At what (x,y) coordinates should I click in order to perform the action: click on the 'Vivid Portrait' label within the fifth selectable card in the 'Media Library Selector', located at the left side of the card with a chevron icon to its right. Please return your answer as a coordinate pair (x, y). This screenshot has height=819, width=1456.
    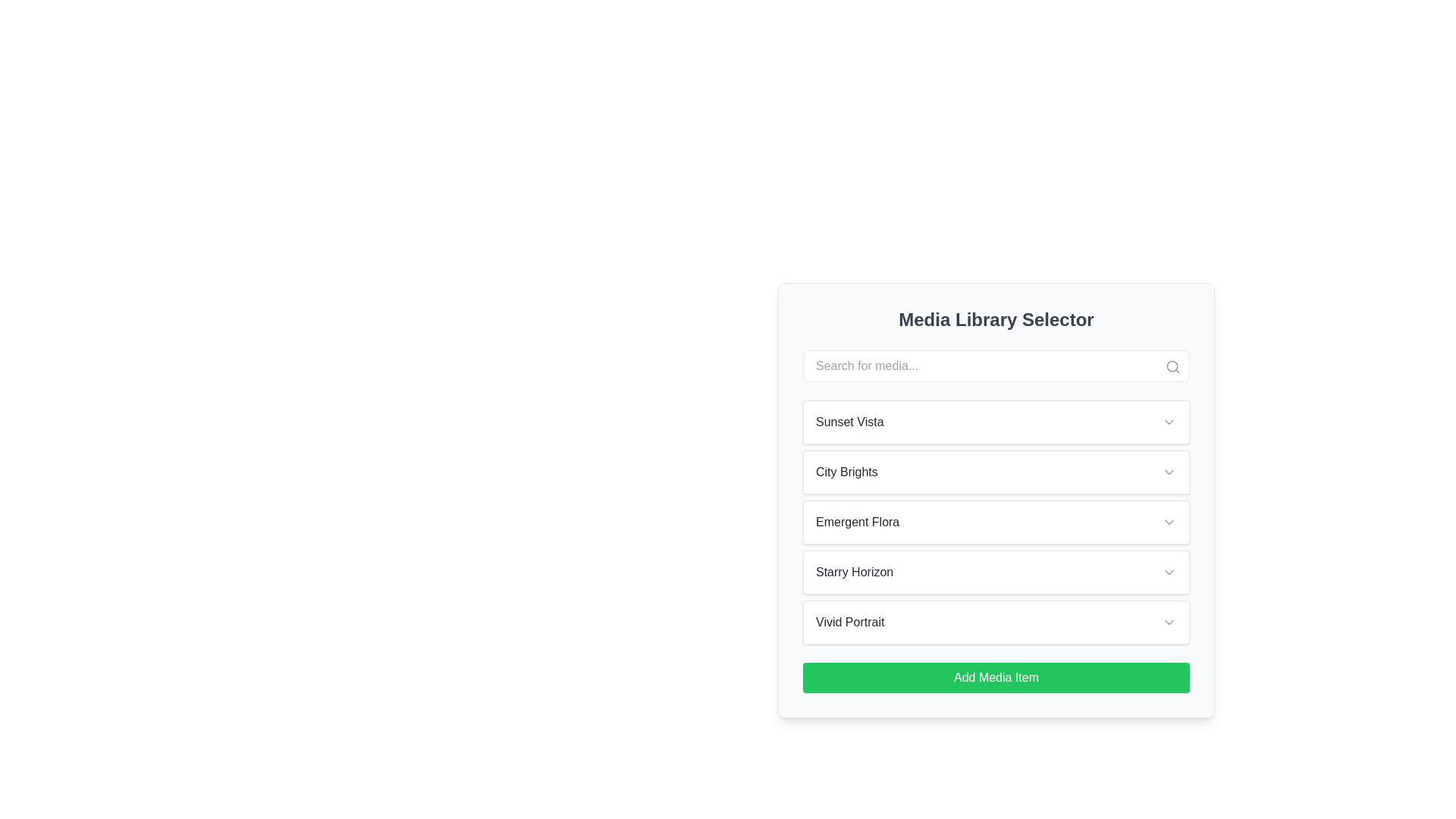
    Looking at the image, I should click on (850, 623).